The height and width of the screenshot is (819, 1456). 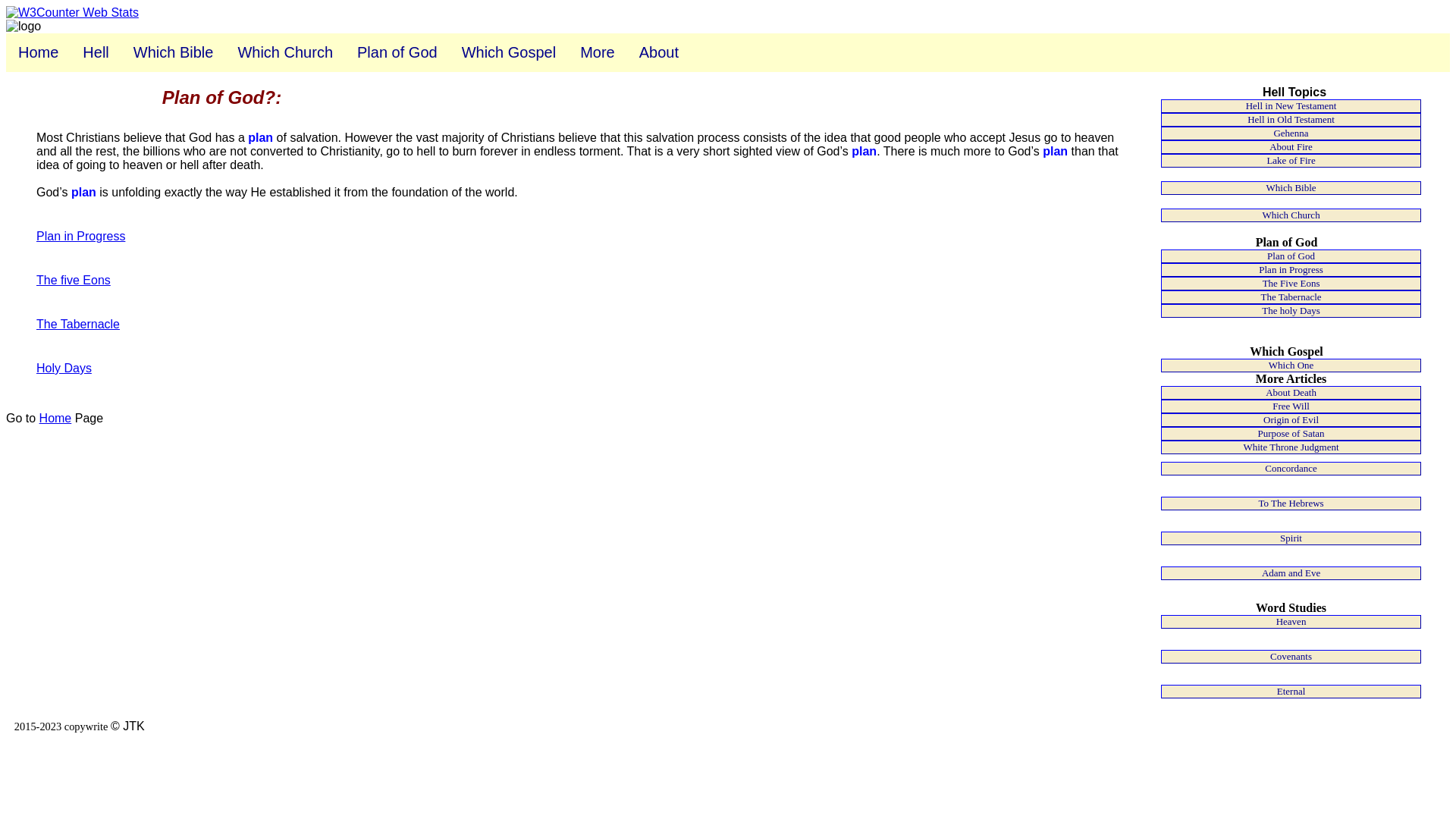 I want to click on 'Concordance', so click(x=1290, y=467).